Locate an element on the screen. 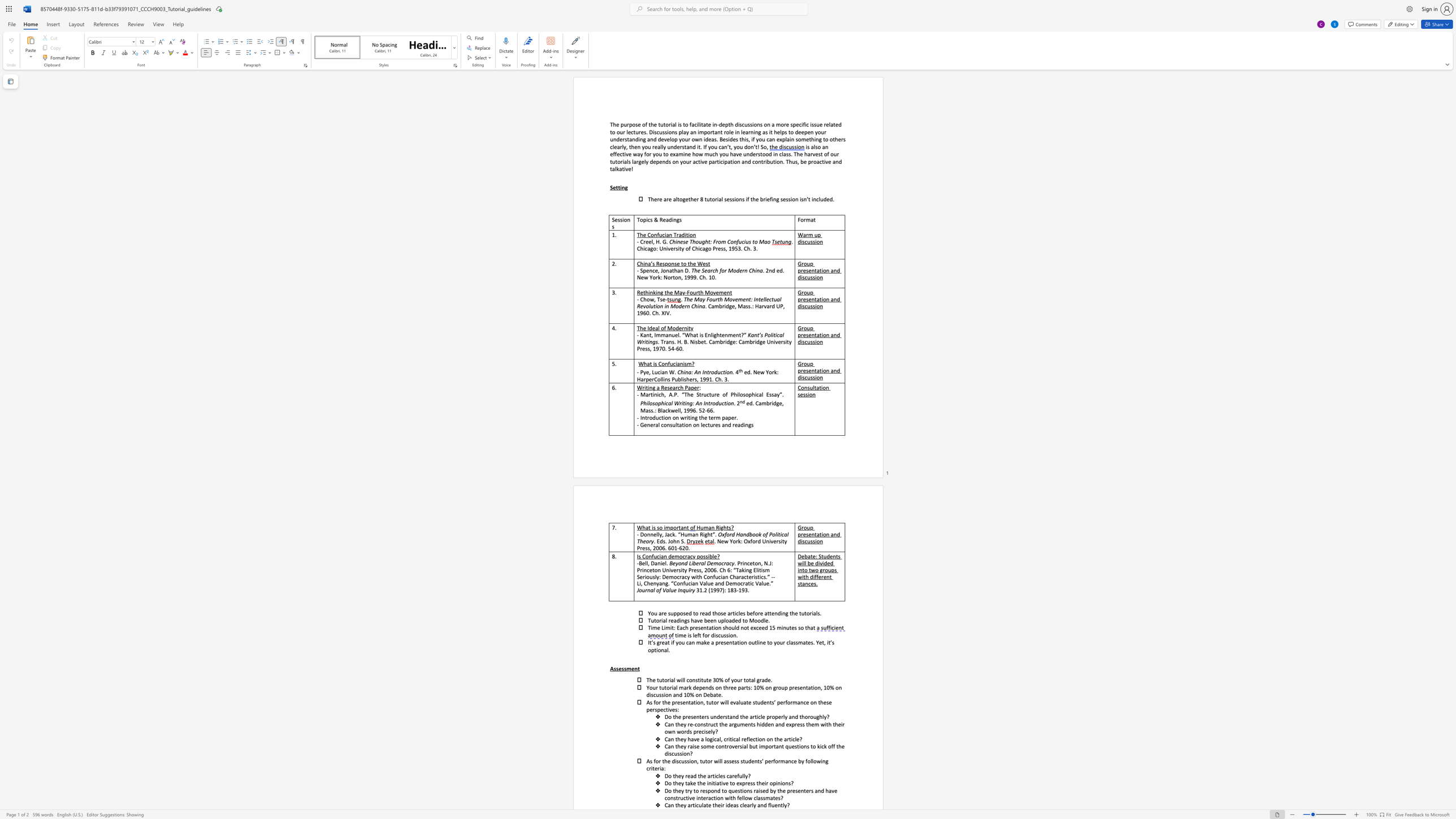 The image size is (1456, 819). the subset text "tation and" within the text "Group presentation and discussion" is located at coordinates (814, 299).